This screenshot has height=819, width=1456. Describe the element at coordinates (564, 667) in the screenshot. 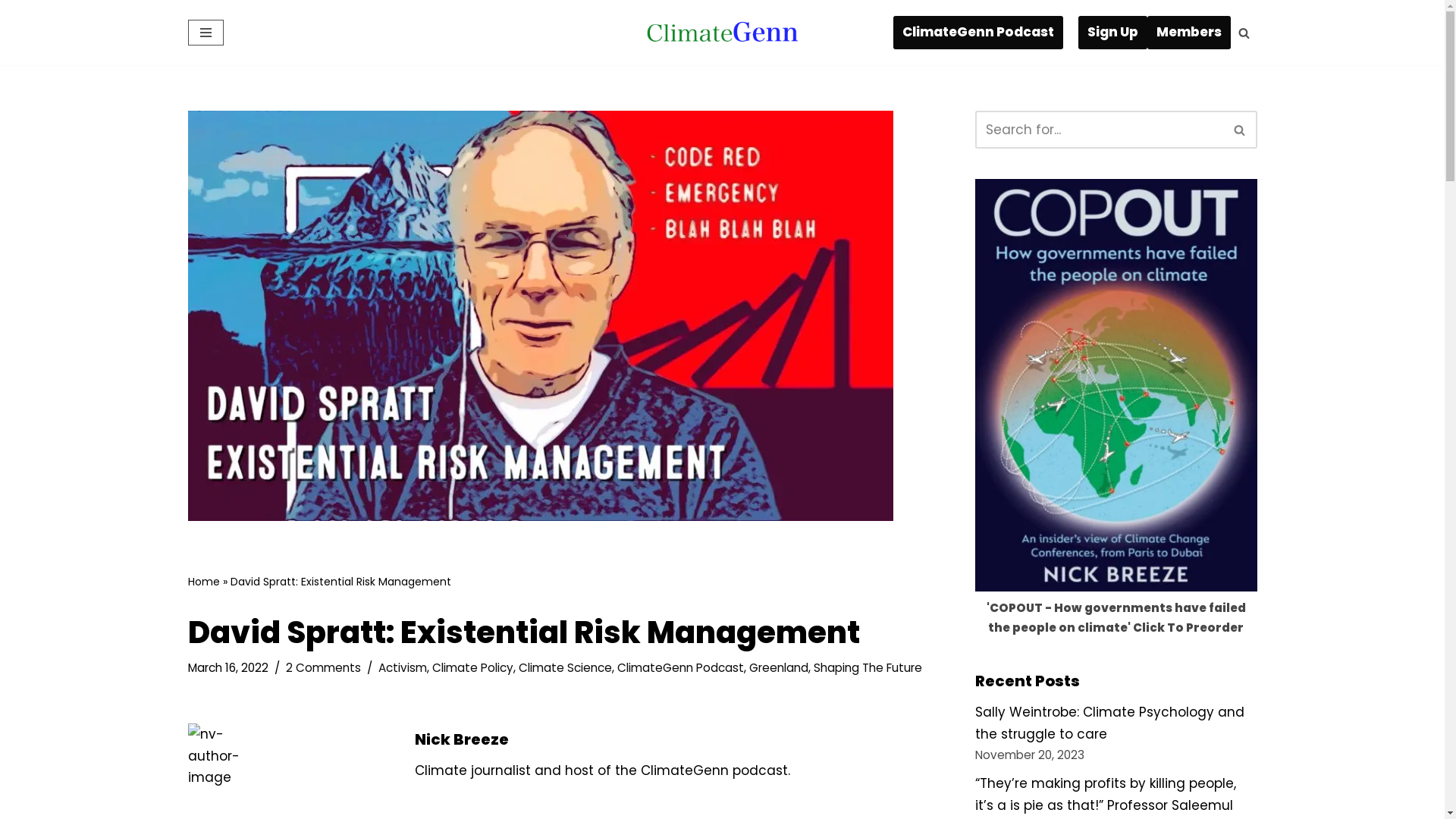

I see `'Climate Science'` at that location.